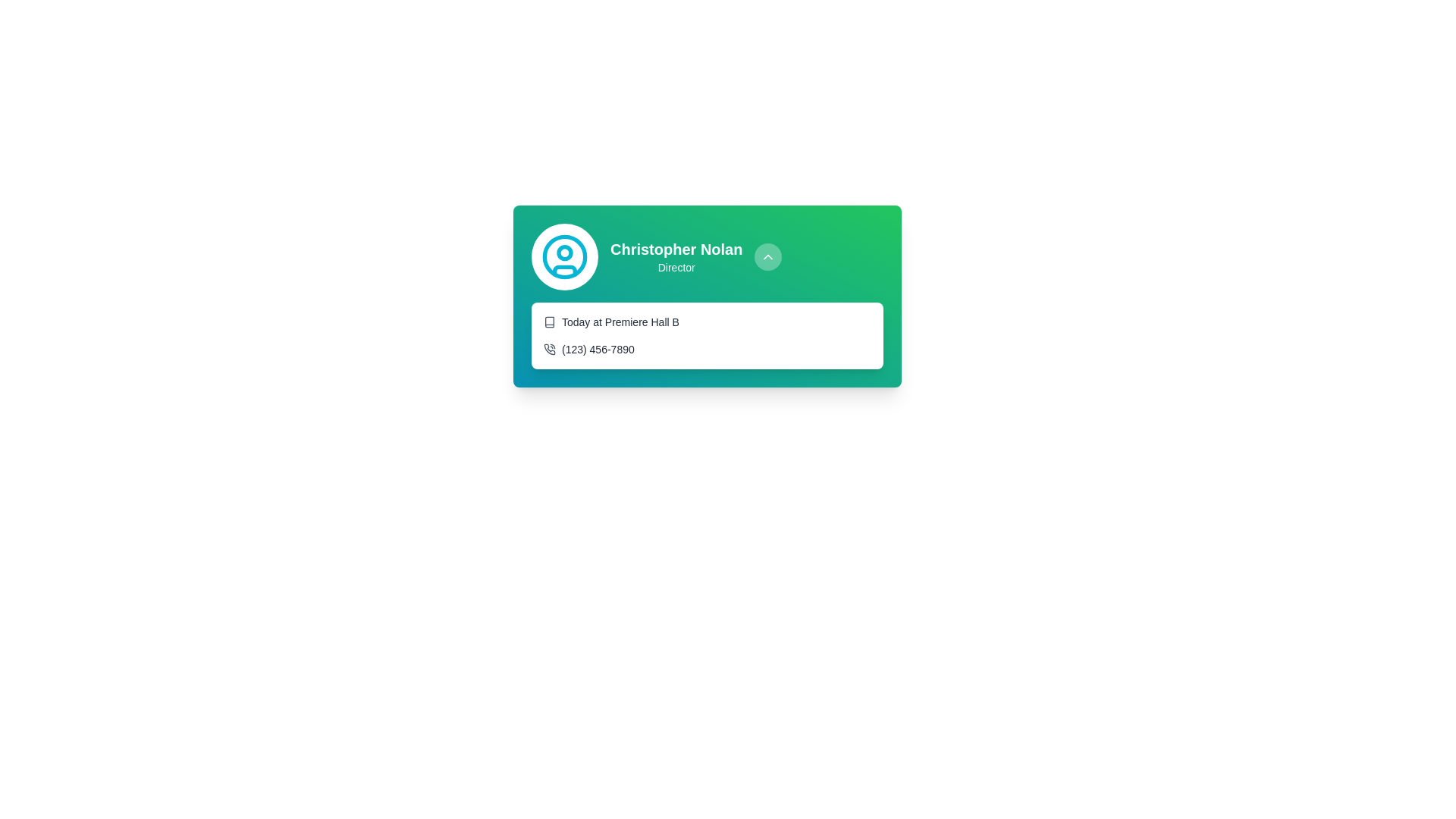  What do you see at coordinates (563, 256) in the screenshot?
I see `the decorative Vector Graphic Icon representing the user profile for 'Christopher Nolan', located at the upper section of the card adjacent to the labels 'Christopher Nolan' and 'Director'` at bounding box center [563, 256].